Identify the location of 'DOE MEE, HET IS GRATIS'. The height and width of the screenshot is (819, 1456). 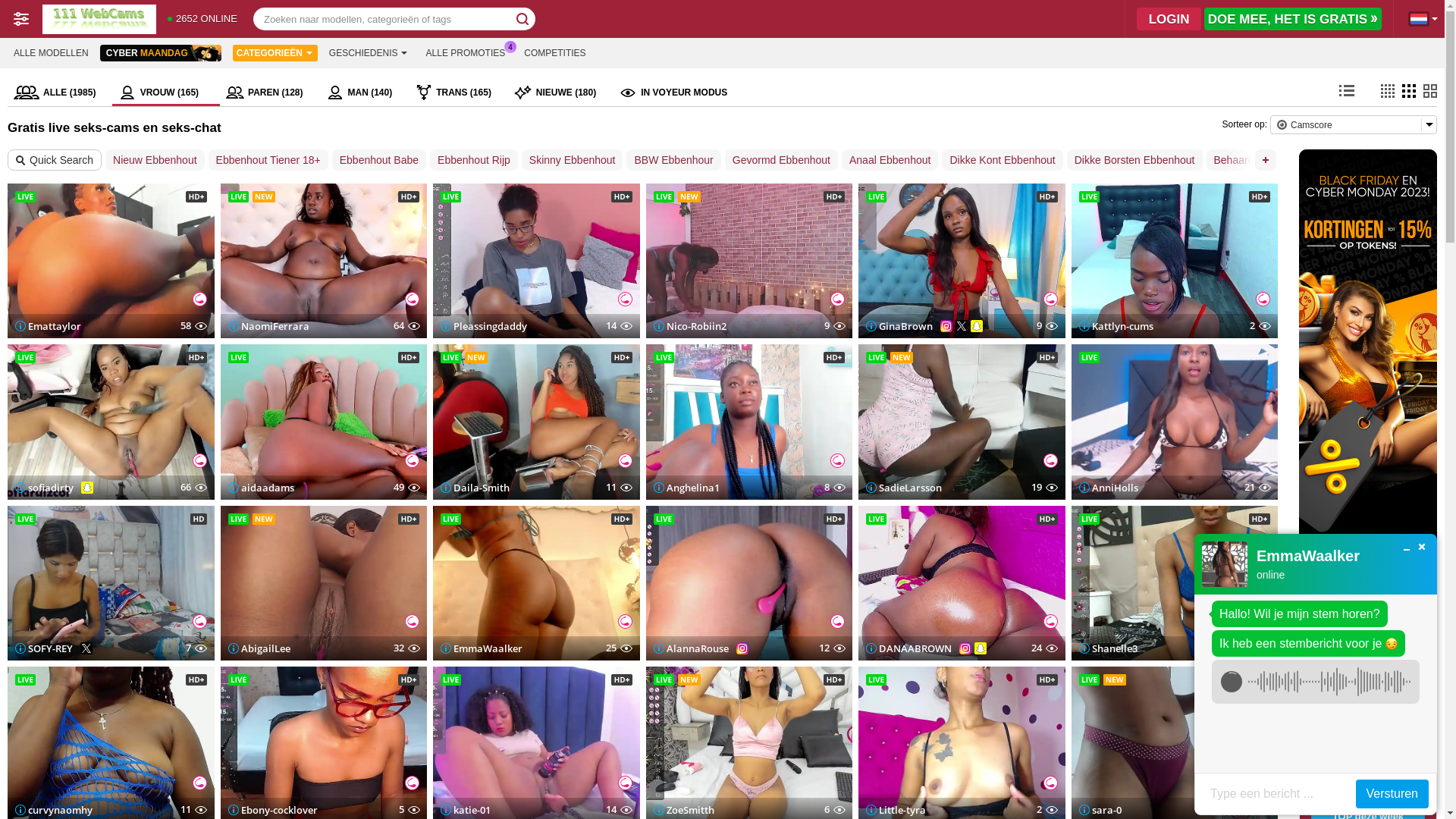
(1291, 18).